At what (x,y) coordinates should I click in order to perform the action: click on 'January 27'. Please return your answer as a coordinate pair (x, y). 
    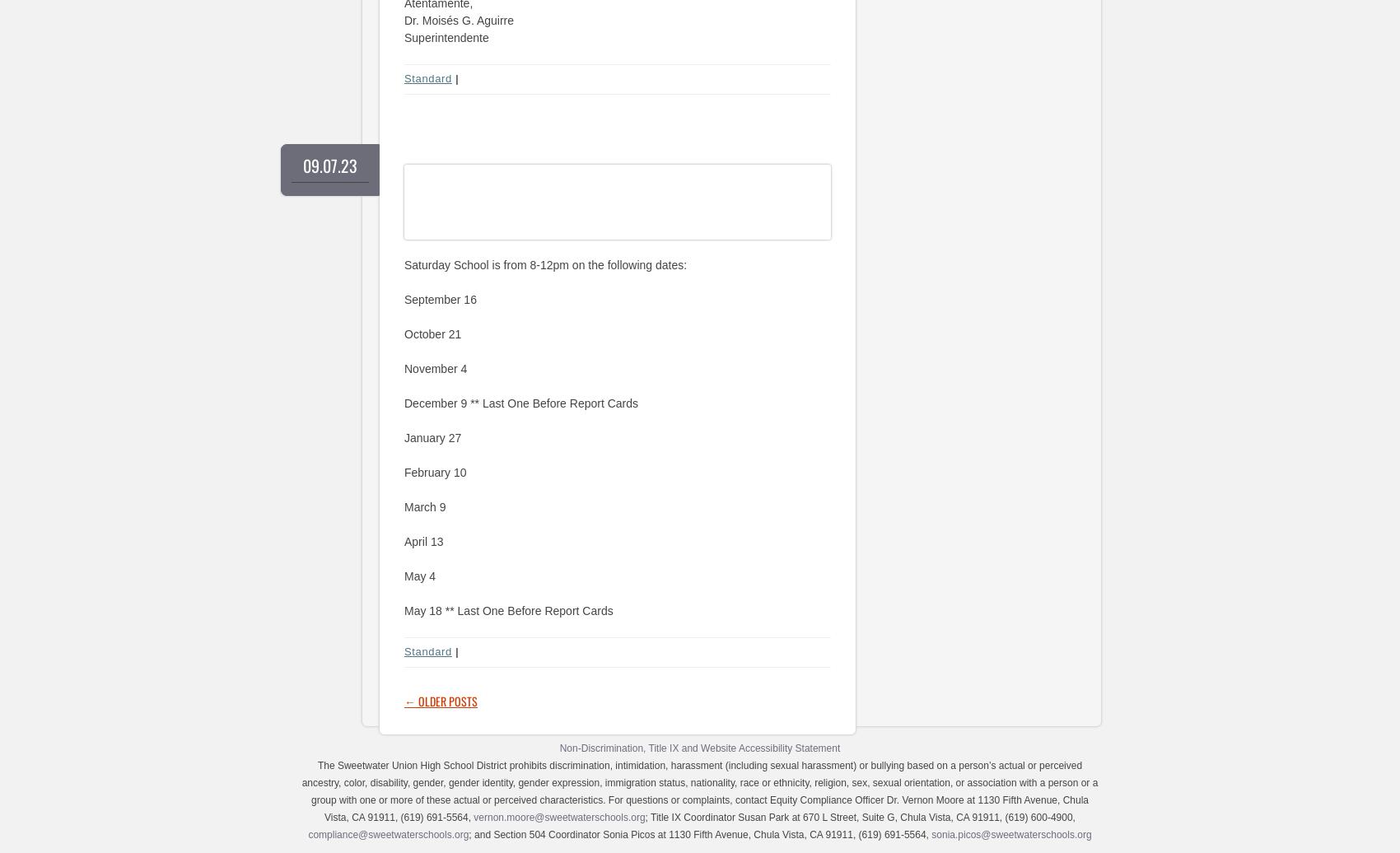
    Looking at the image, I should click on (432, 436).